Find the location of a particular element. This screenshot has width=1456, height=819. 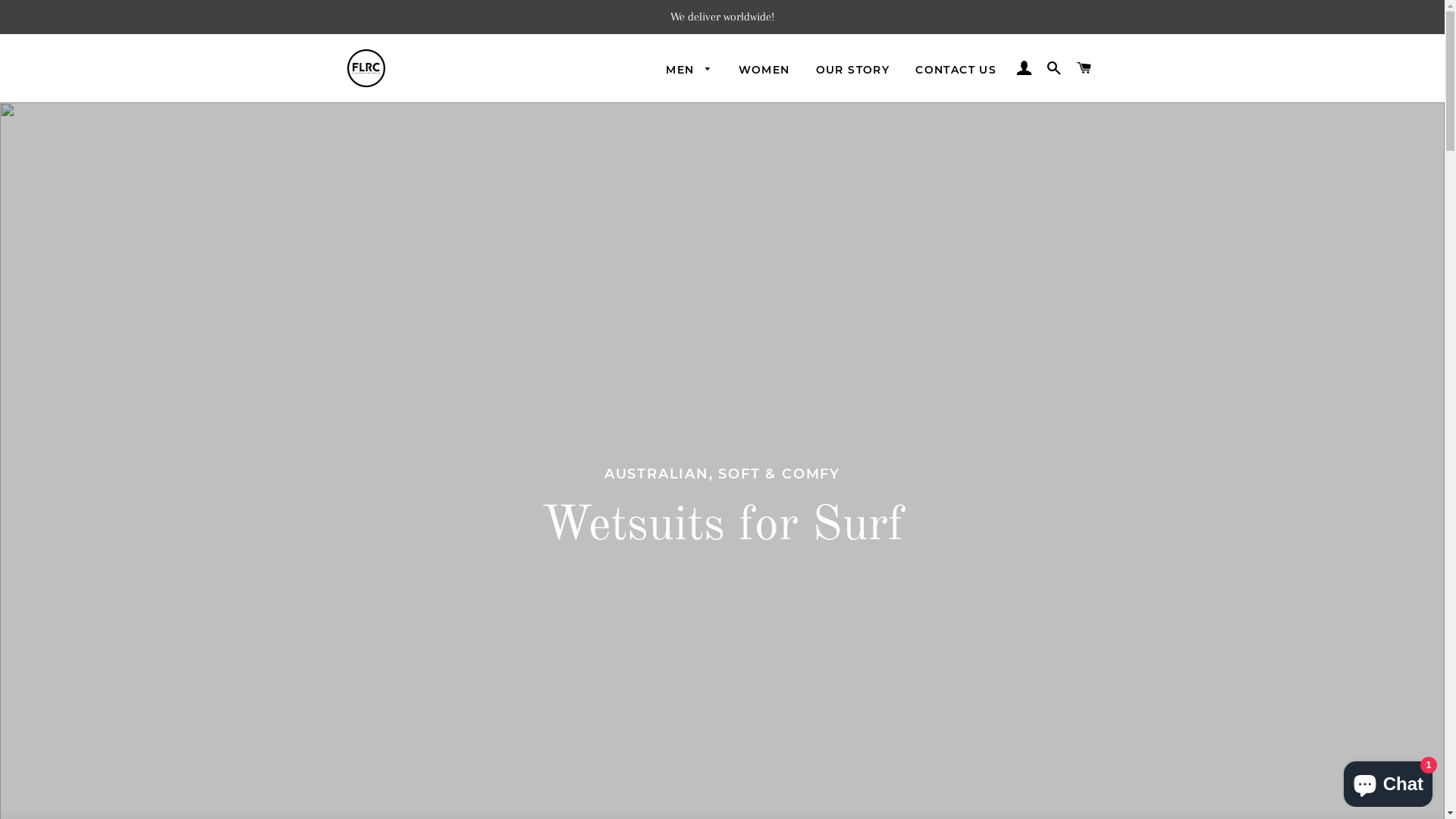

'MEN' is located at coordinates (688, 70).